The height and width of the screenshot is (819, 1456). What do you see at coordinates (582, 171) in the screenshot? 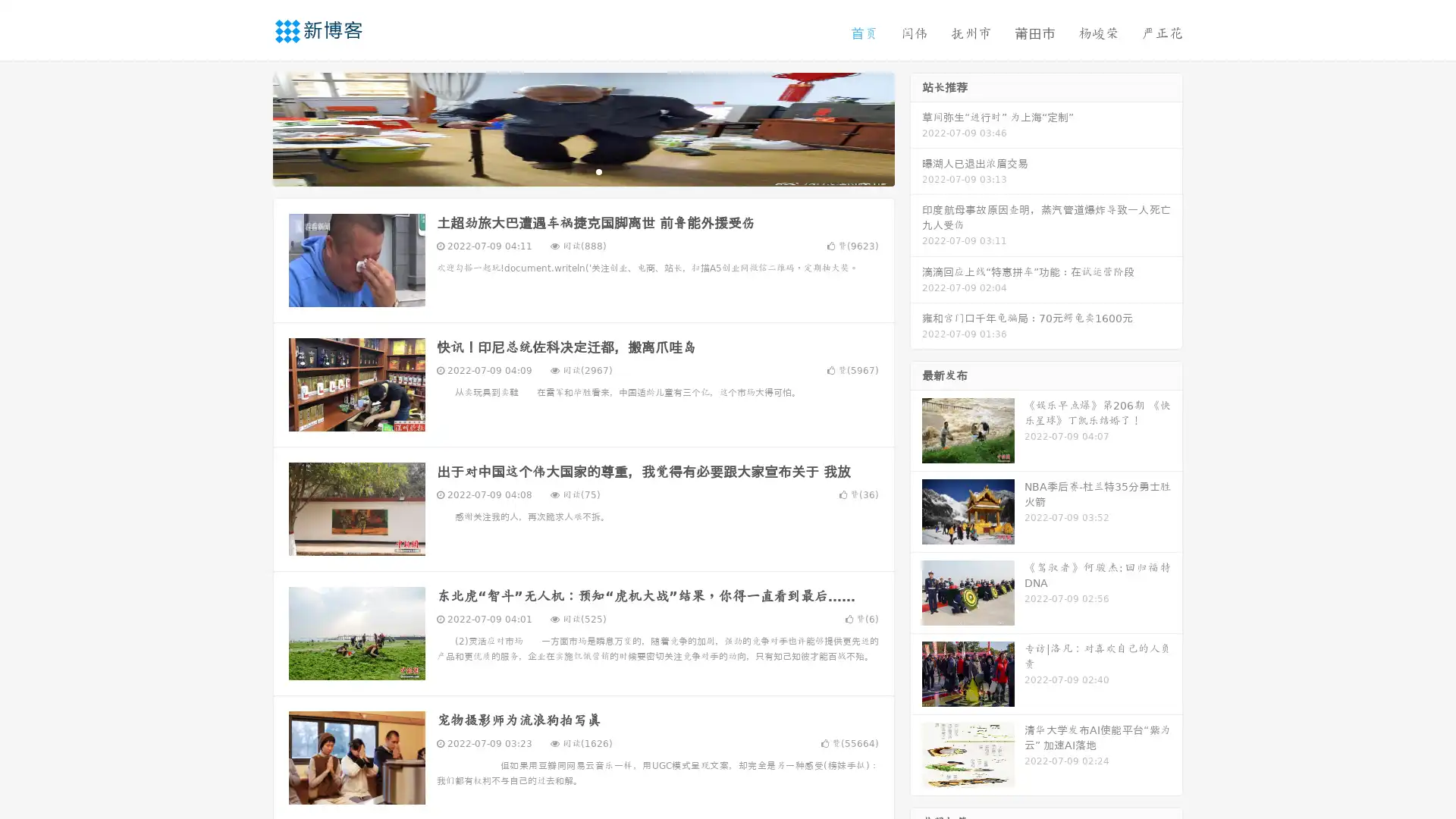
I see `Go to slide 2` at bounding box center [582, 171].